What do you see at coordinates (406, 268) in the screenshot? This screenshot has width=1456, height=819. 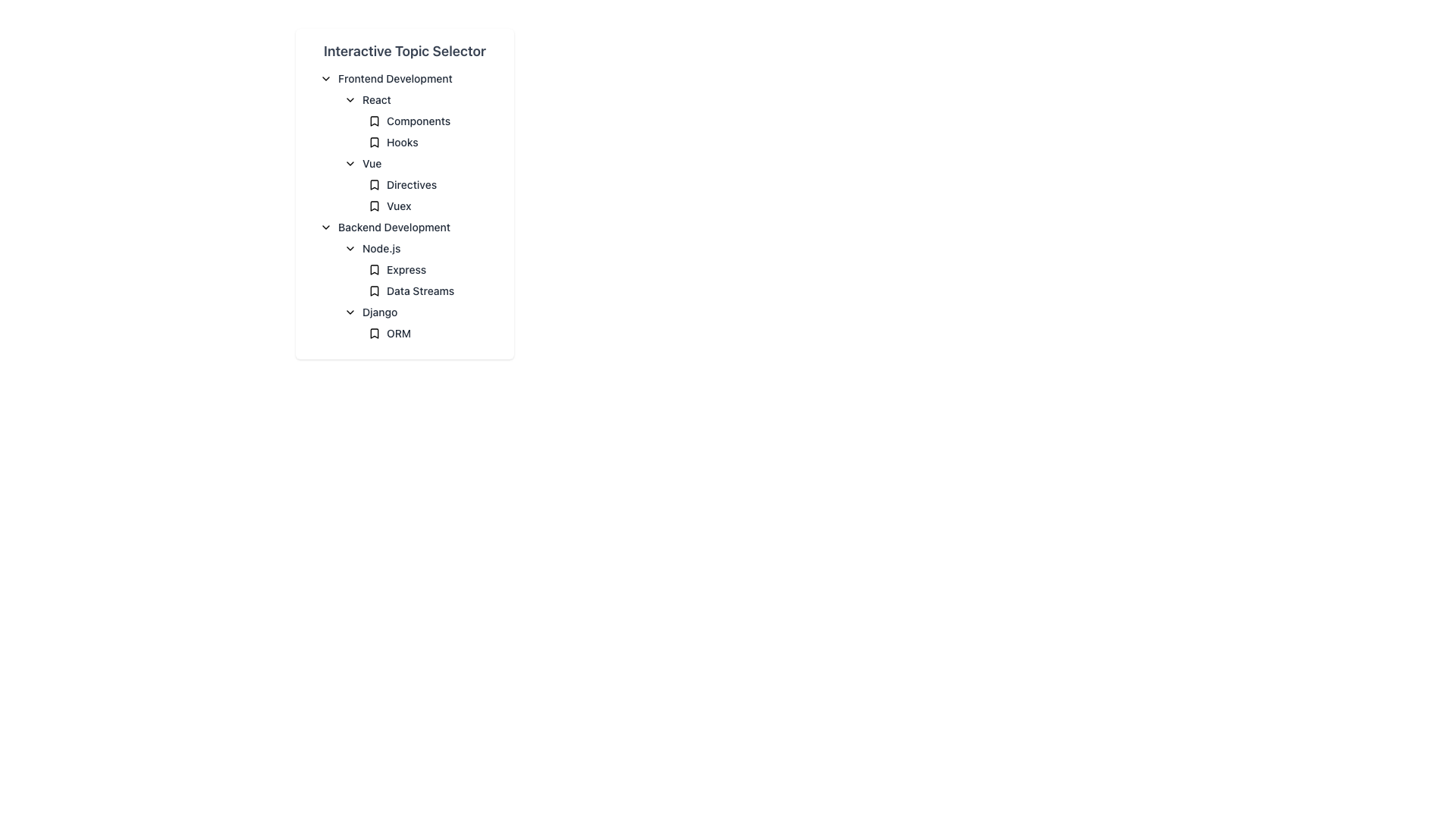 I see `the text label displaying 'Express' which is styled in gray and located next to a bookmark icon in the 'Backend Development' section` at bounding box center [406, 268].